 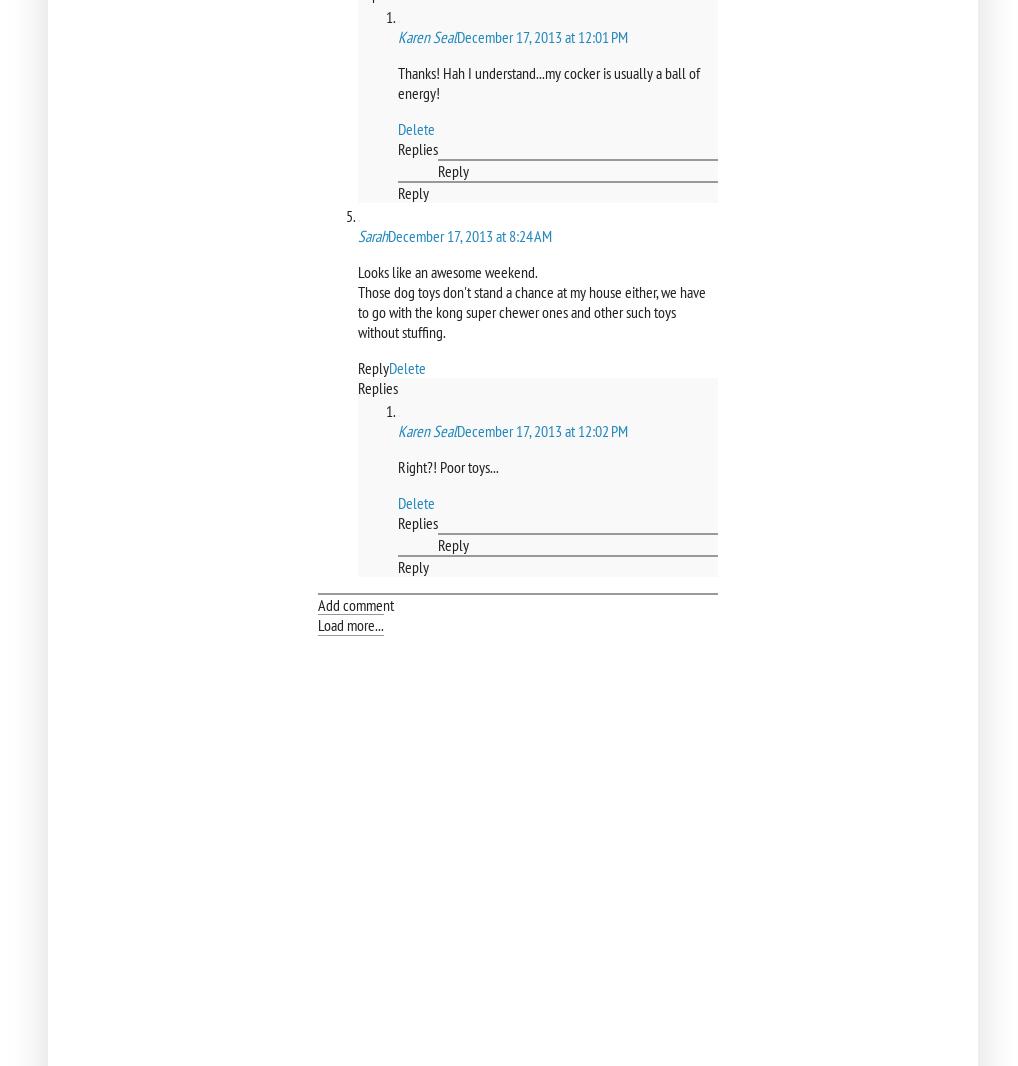 What do you see at coordinates (358, 312) in the screenshot?
I see `'Those dog toys don't stand a chance at my house either, we have to go with the kong super chewer ones and other such toys without stuffing.'` at bounding box center [358, 312].